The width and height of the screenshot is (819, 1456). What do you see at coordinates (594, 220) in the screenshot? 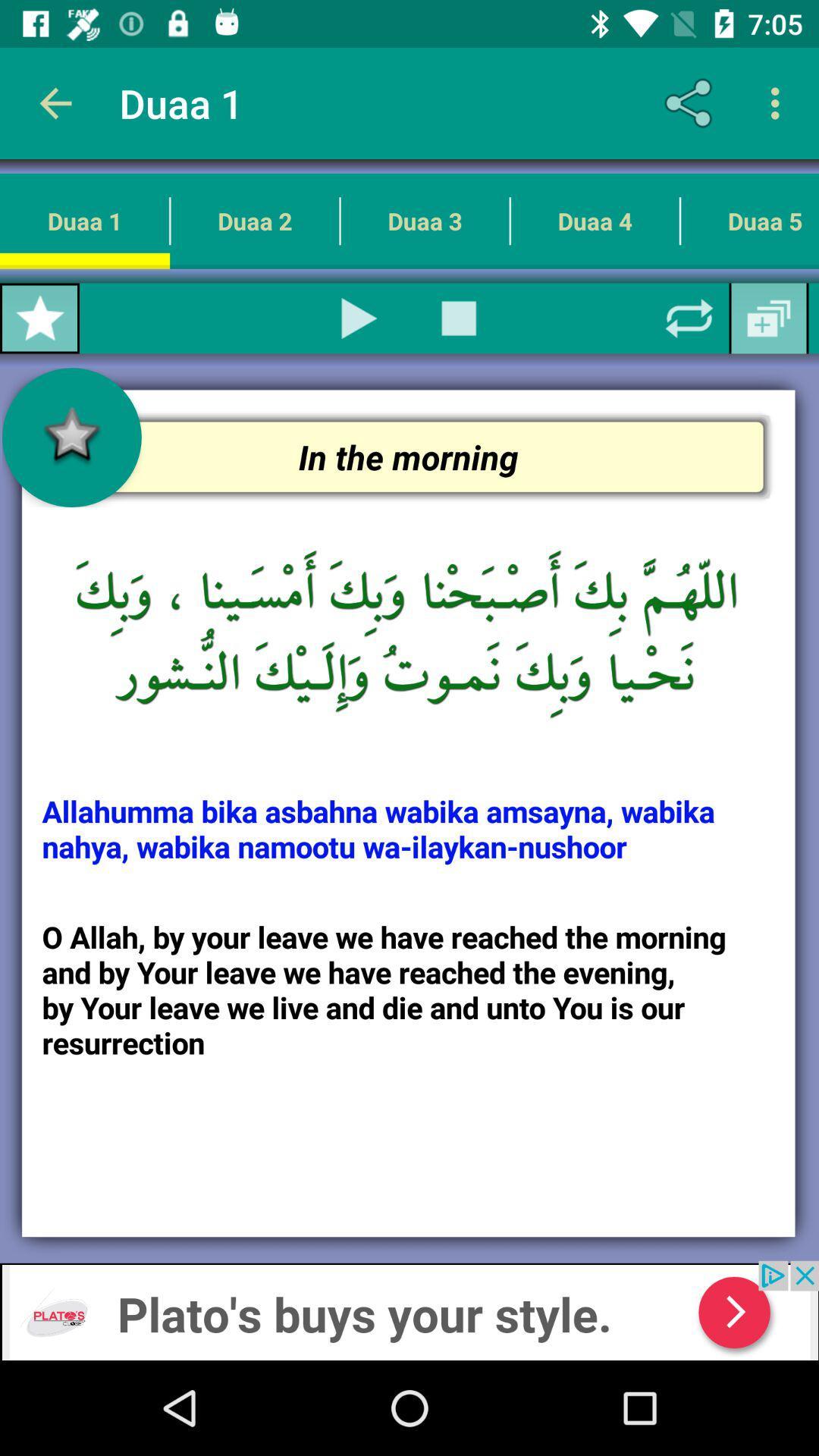
I see `duaa 4 item` at bounding box center [594, 220].